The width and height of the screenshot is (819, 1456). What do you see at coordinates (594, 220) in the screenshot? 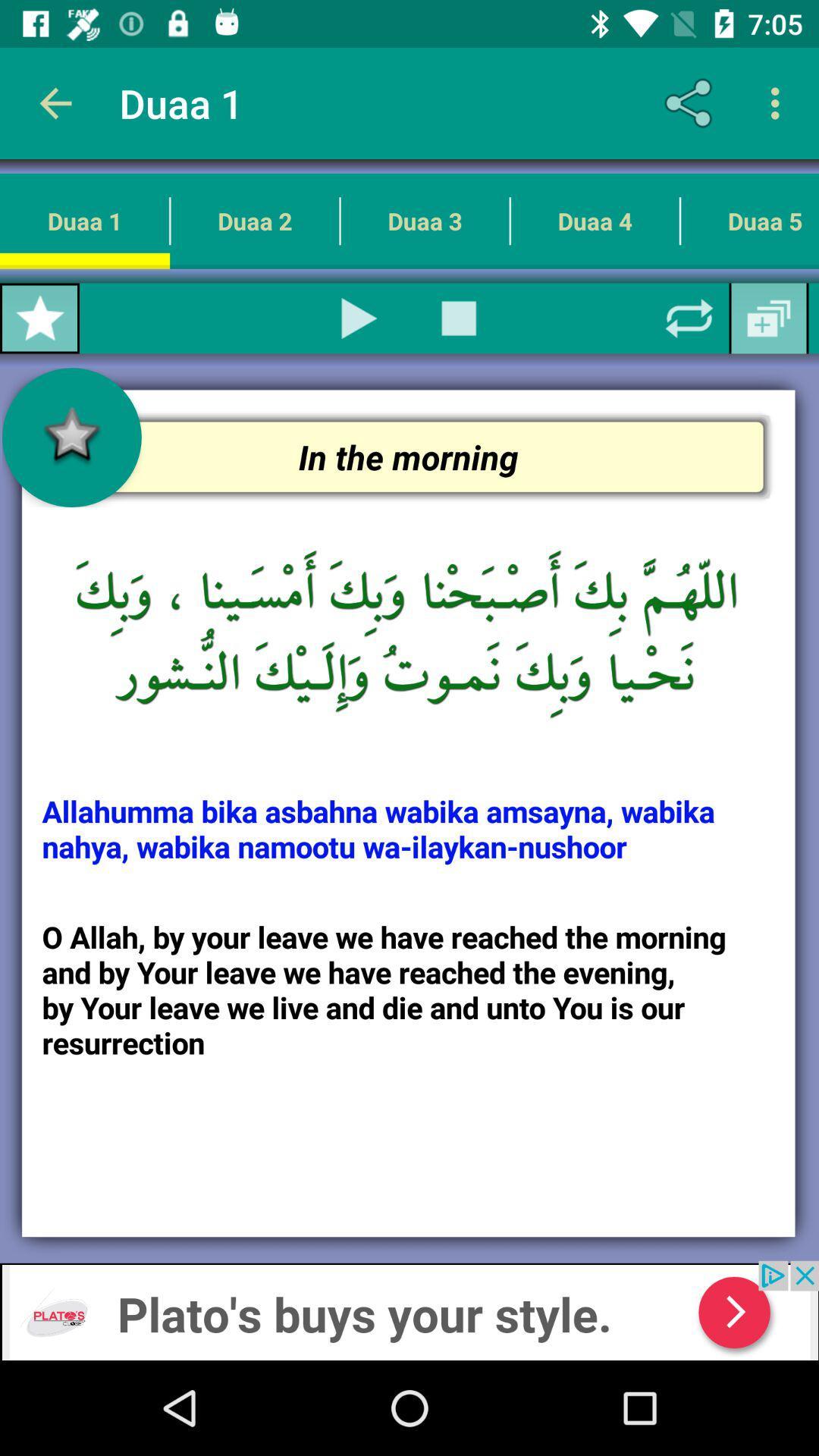
I see `duaa 4 item` at bounding box center [594, 220].